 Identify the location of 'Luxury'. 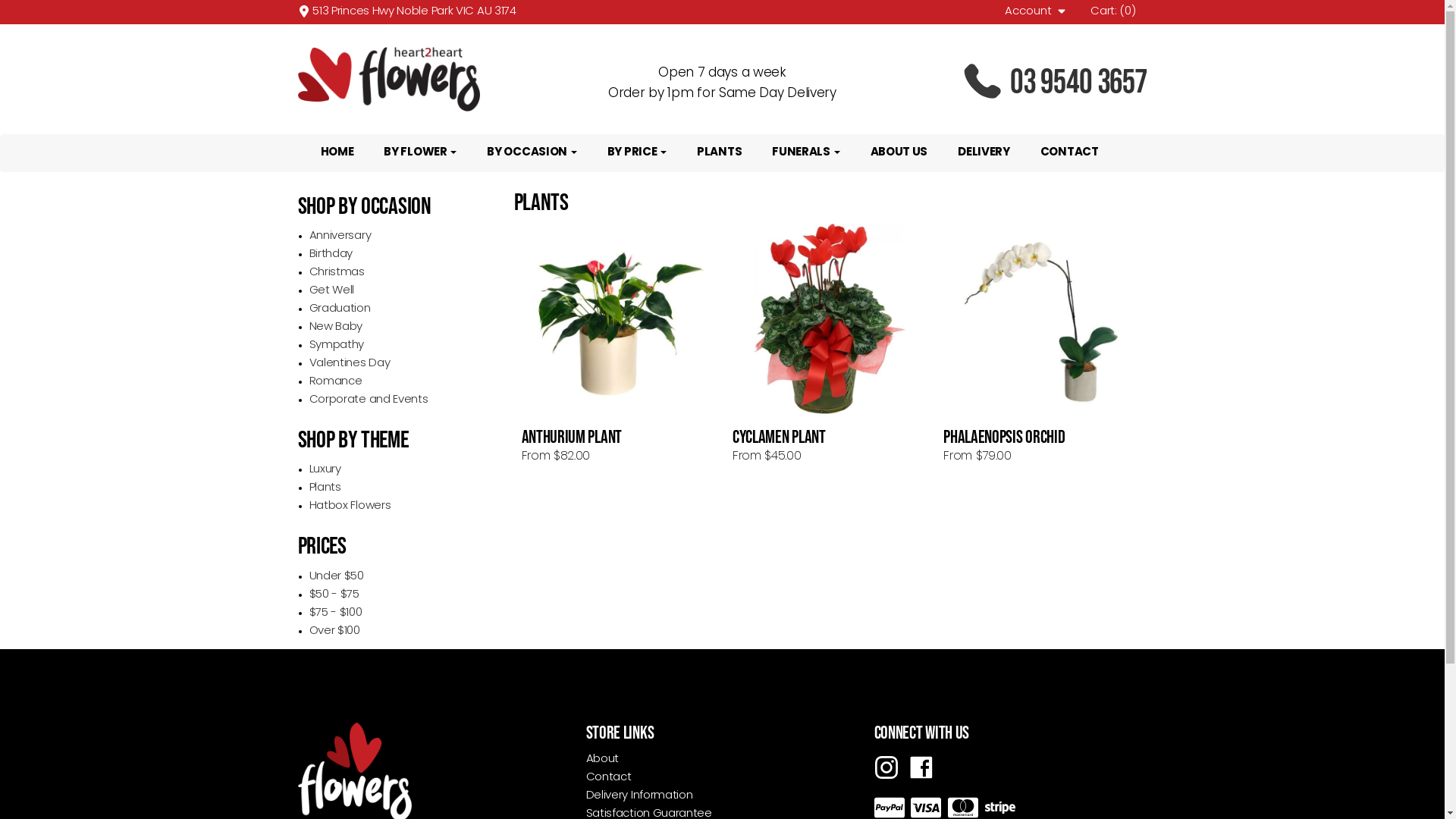
(324, 469).